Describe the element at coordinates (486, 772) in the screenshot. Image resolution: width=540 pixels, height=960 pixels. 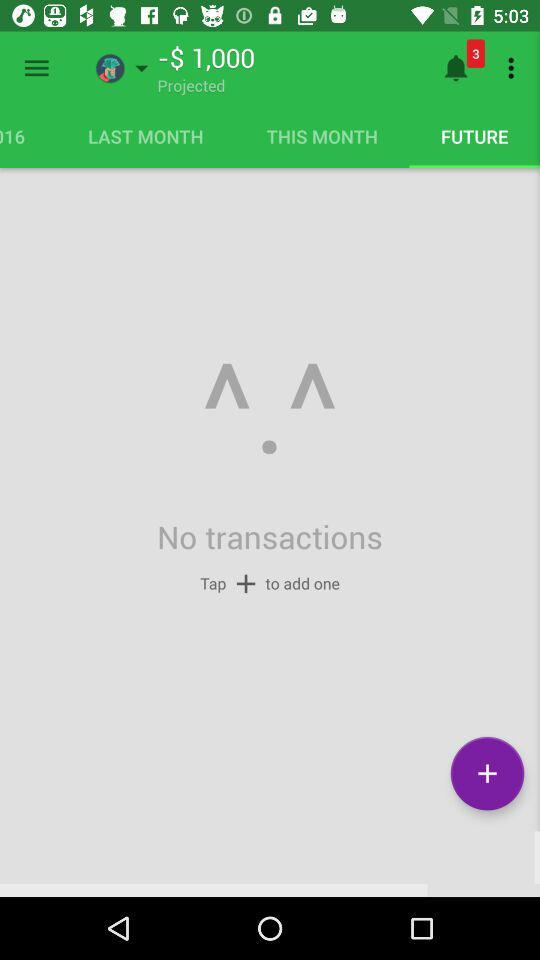
I see `plus icon` at that location.